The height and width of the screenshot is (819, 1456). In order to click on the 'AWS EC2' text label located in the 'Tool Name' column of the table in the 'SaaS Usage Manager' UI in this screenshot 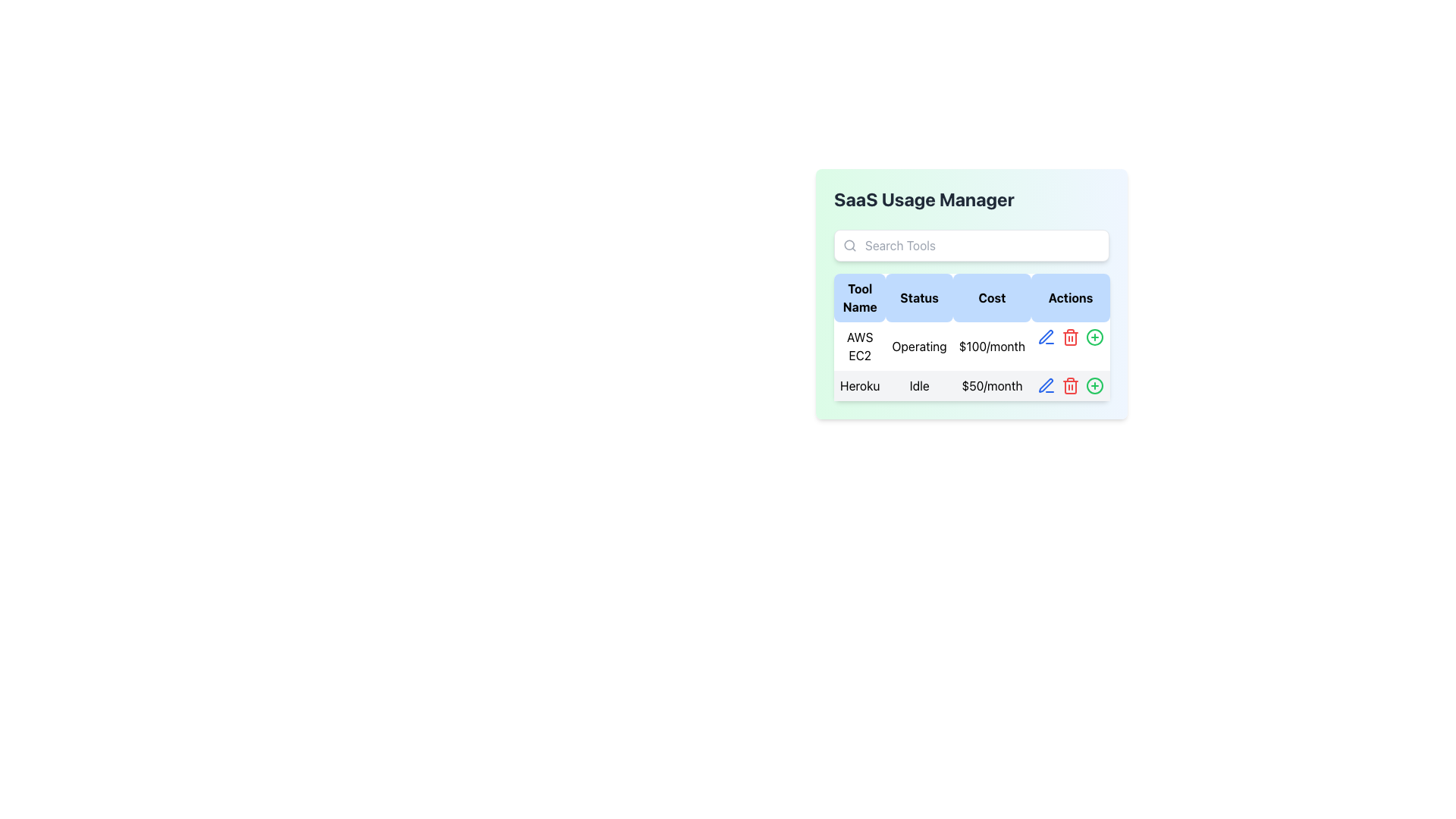, I will do `click(860, 346)`.